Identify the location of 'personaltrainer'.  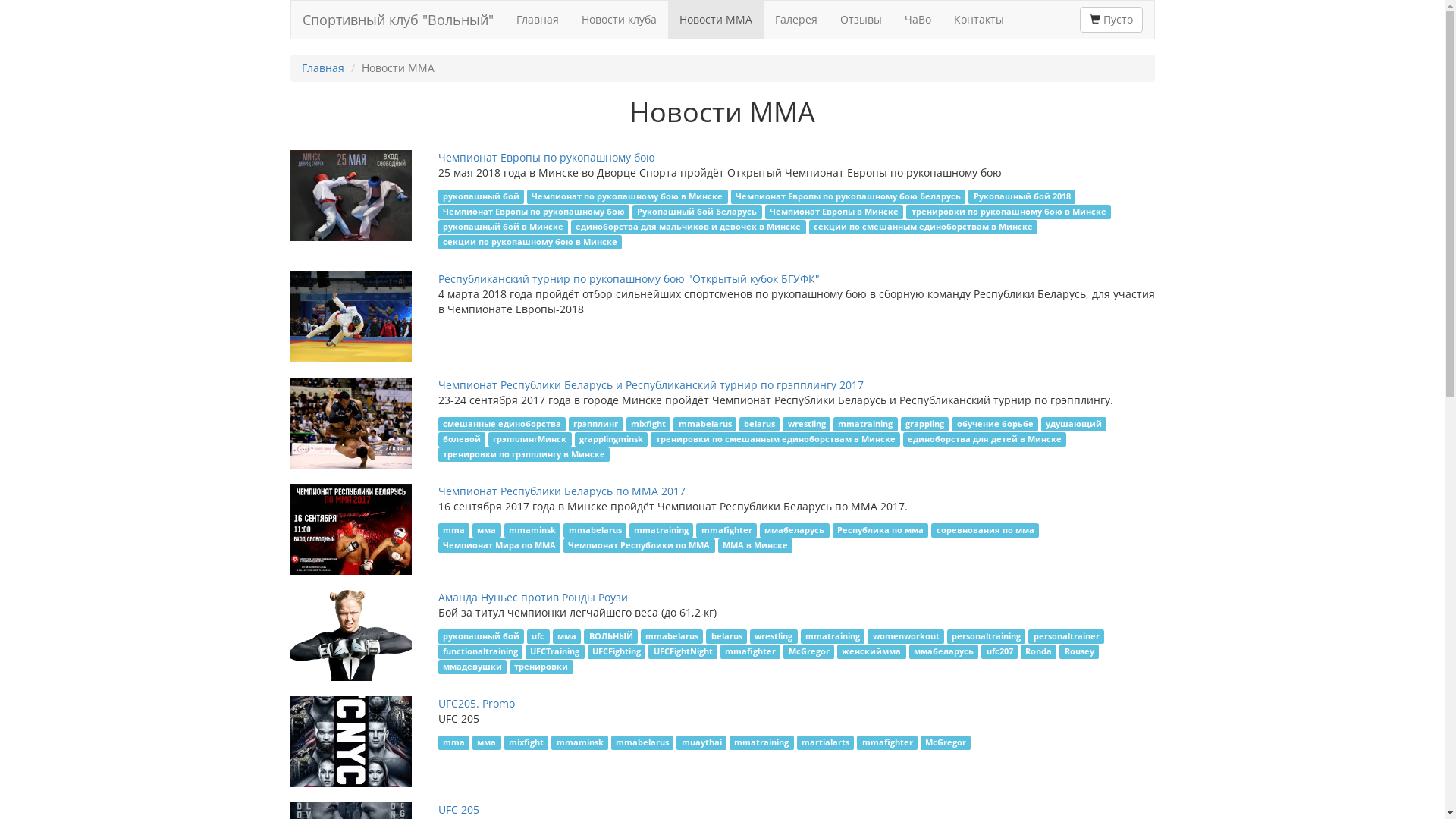
(1065, 636).